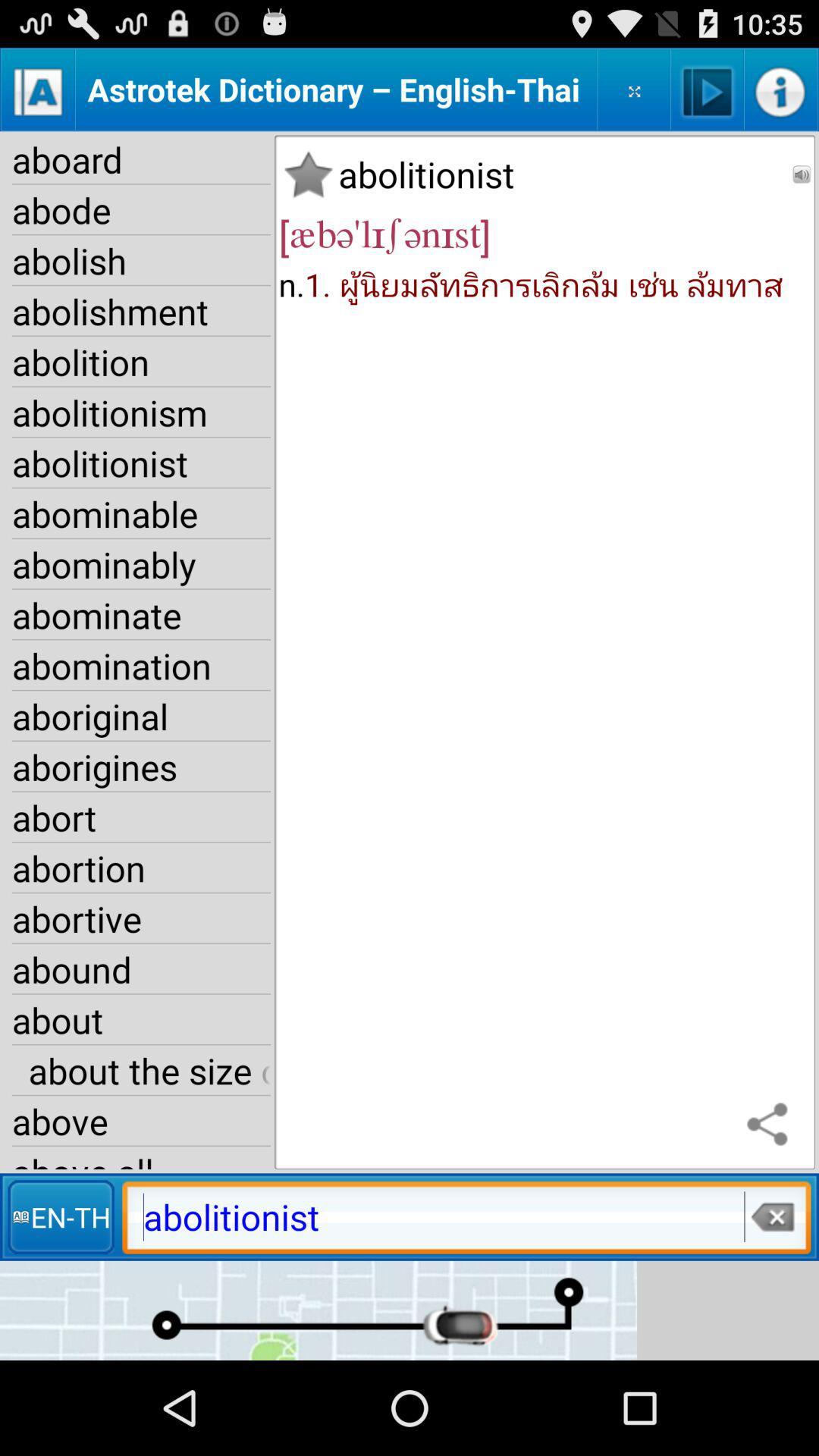  I want to click on delete text, so click(771, 1216).